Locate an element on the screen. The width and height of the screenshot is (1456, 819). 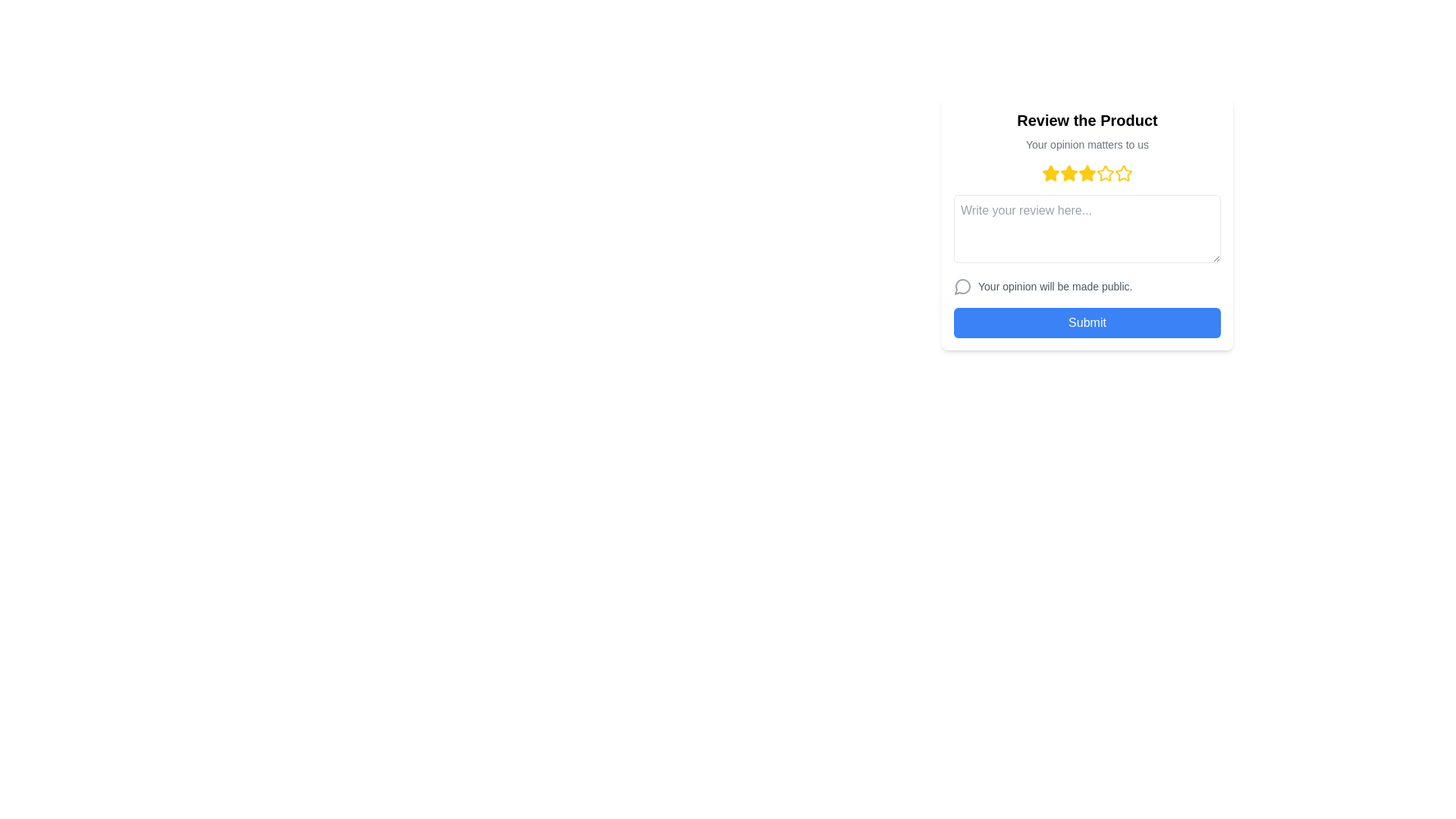
the first interactive star icon is located at coordinates (1050, 172).